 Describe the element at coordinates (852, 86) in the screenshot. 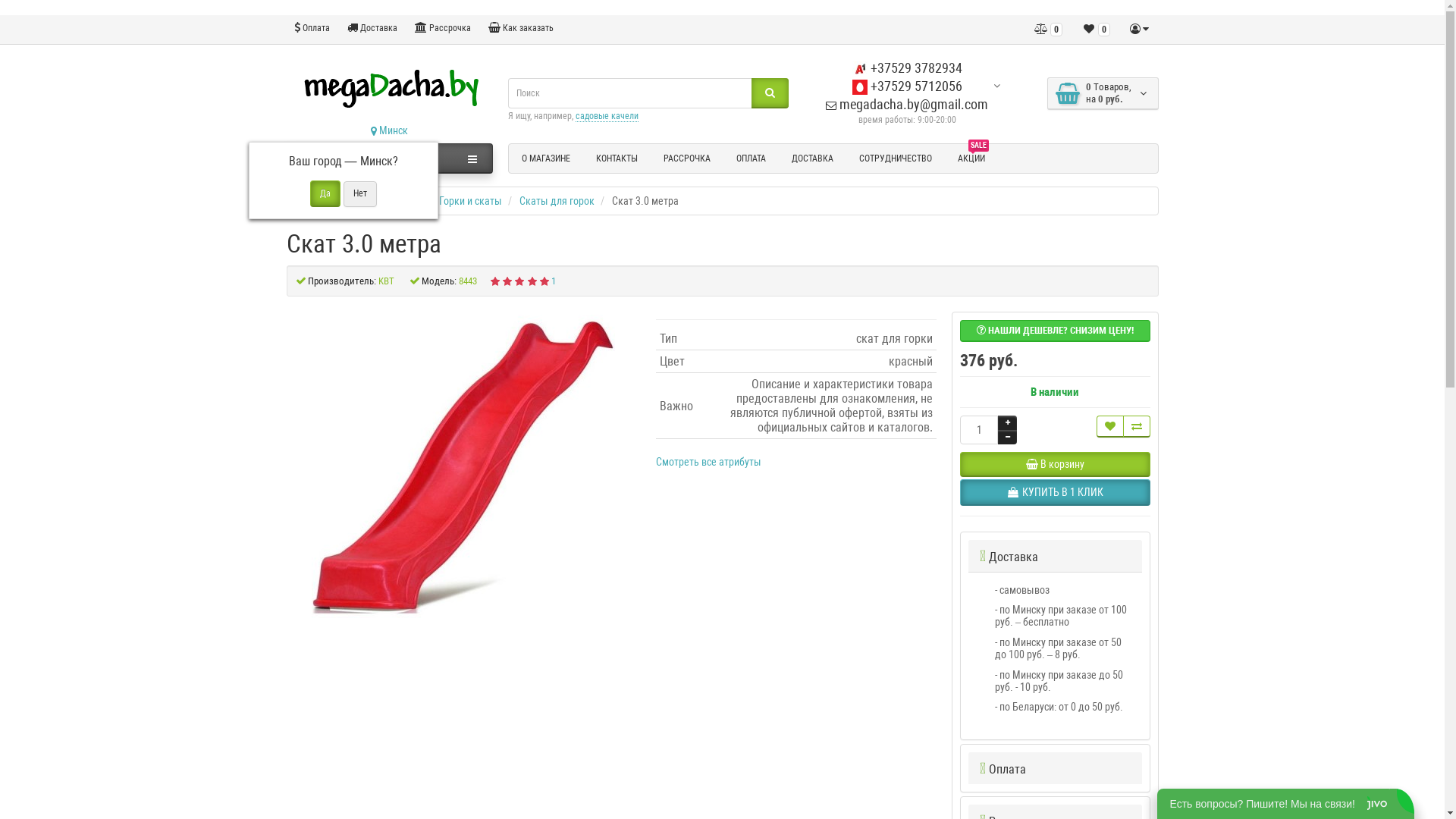

I see `'+37529 5712056'` at that location.